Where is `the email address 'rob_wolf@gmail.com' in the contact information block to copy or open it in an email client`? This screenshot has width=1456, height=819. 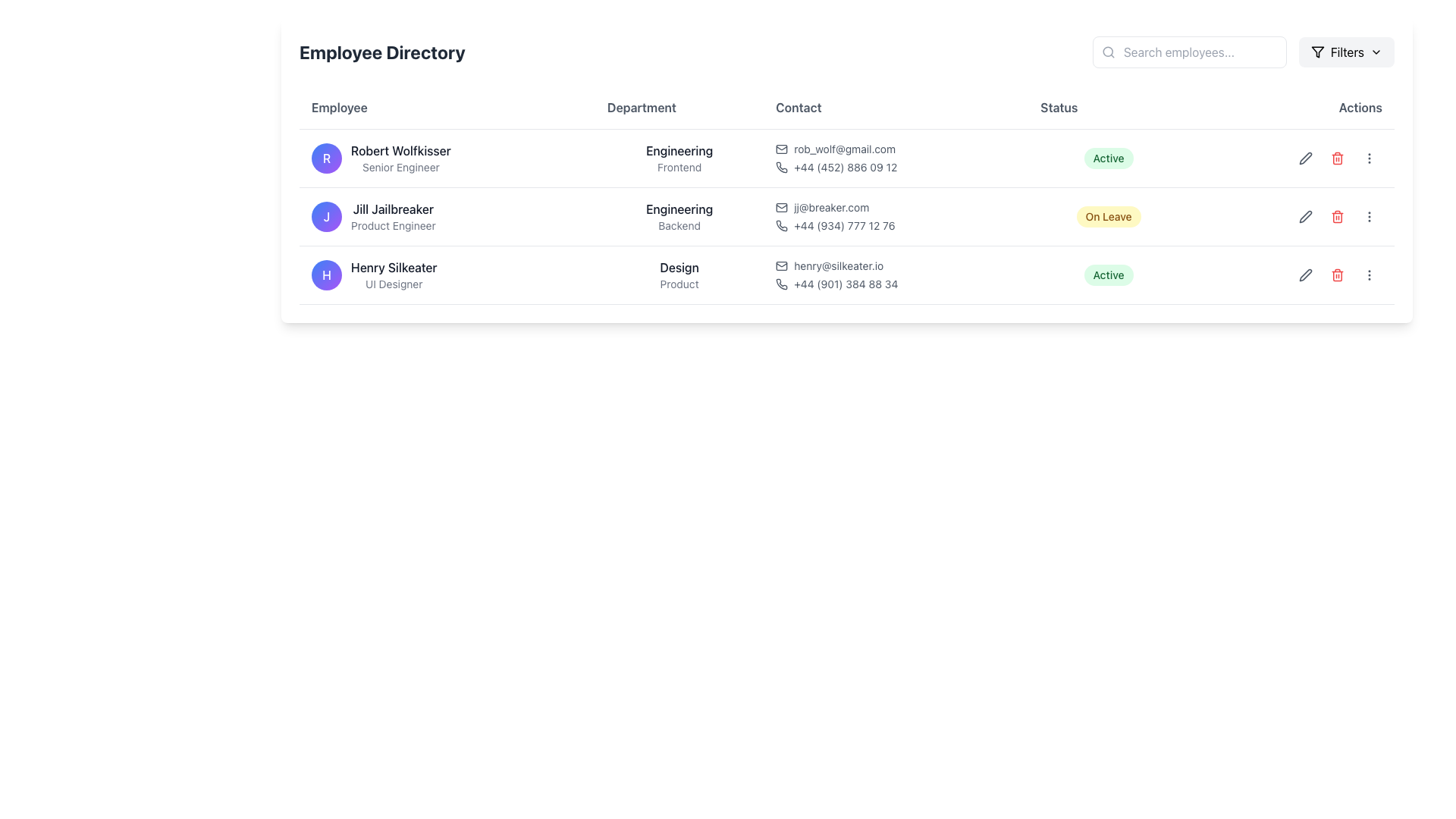 the email address 'rob_wolf@gmail.com' in the contact information block to copy or open it in an email client is located at coordinates (896, 158).